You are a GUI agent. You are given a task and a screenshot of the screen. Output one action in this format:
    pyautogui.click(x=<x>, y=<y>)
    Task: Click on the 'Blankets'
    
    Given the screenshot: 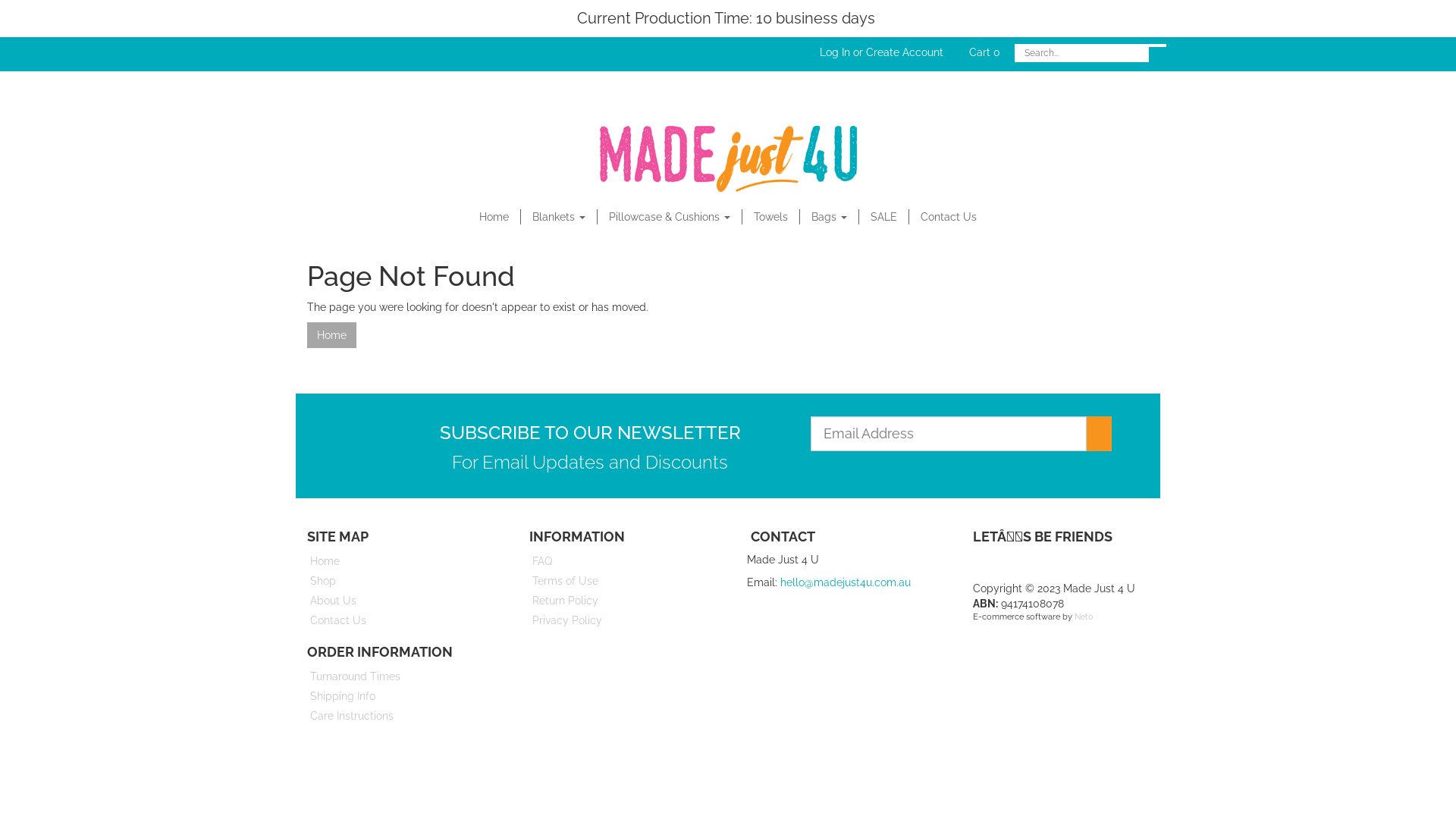 What is the action you would take?
    pyautogui.click(x=558, y=216)
    